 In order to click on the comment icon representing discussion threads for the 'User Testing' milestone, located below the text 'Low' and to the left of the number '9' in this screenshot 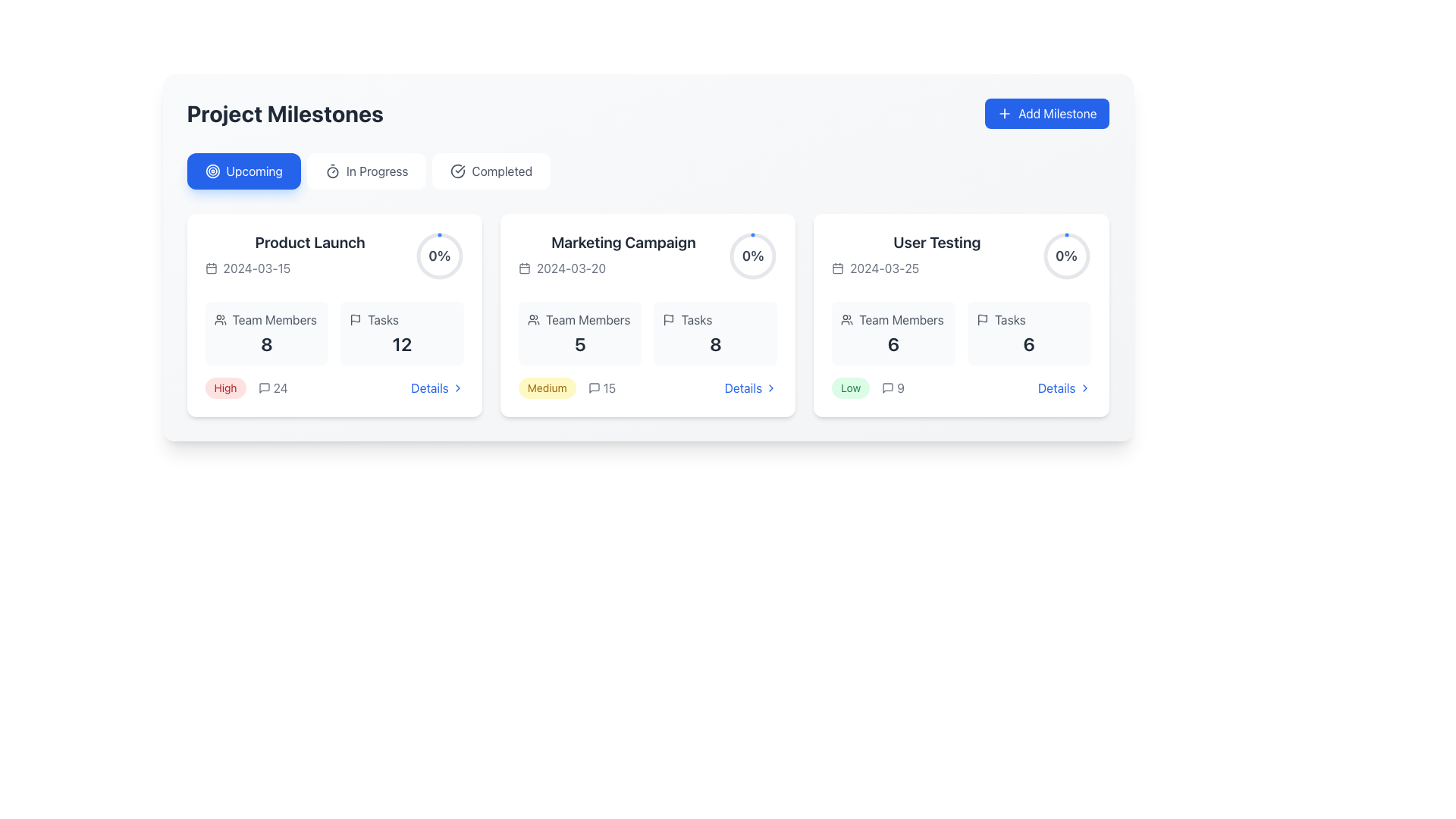, I will do `click(888, 388)`.